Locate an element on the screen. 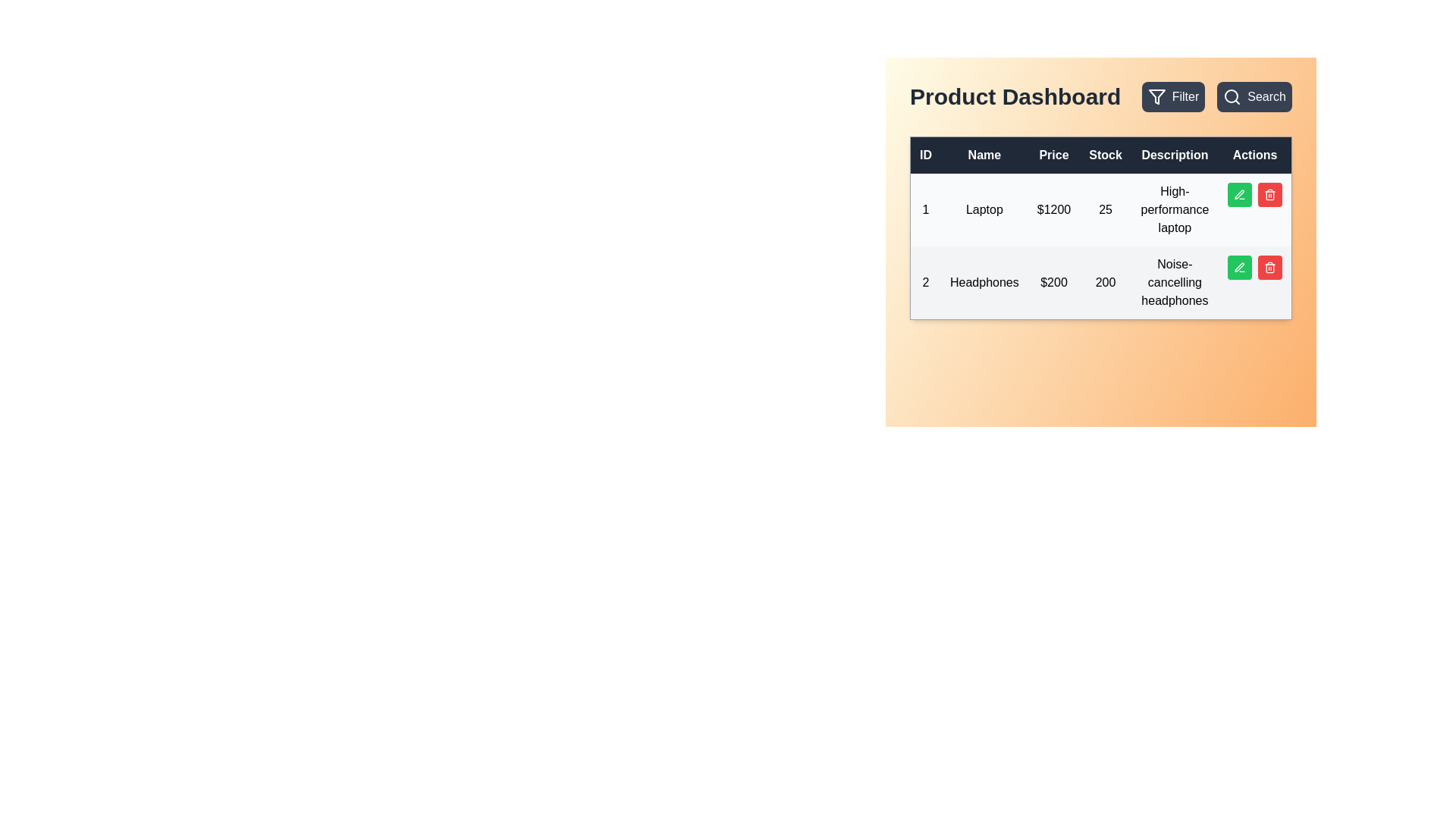 Image resolution: width=1456 pixels, height=819 pixels. the circular part of the search icon, which visually represents the magnifying lens, located at the top right corner near the 'Search' label in the header area is located at coordinates (1232, 96).